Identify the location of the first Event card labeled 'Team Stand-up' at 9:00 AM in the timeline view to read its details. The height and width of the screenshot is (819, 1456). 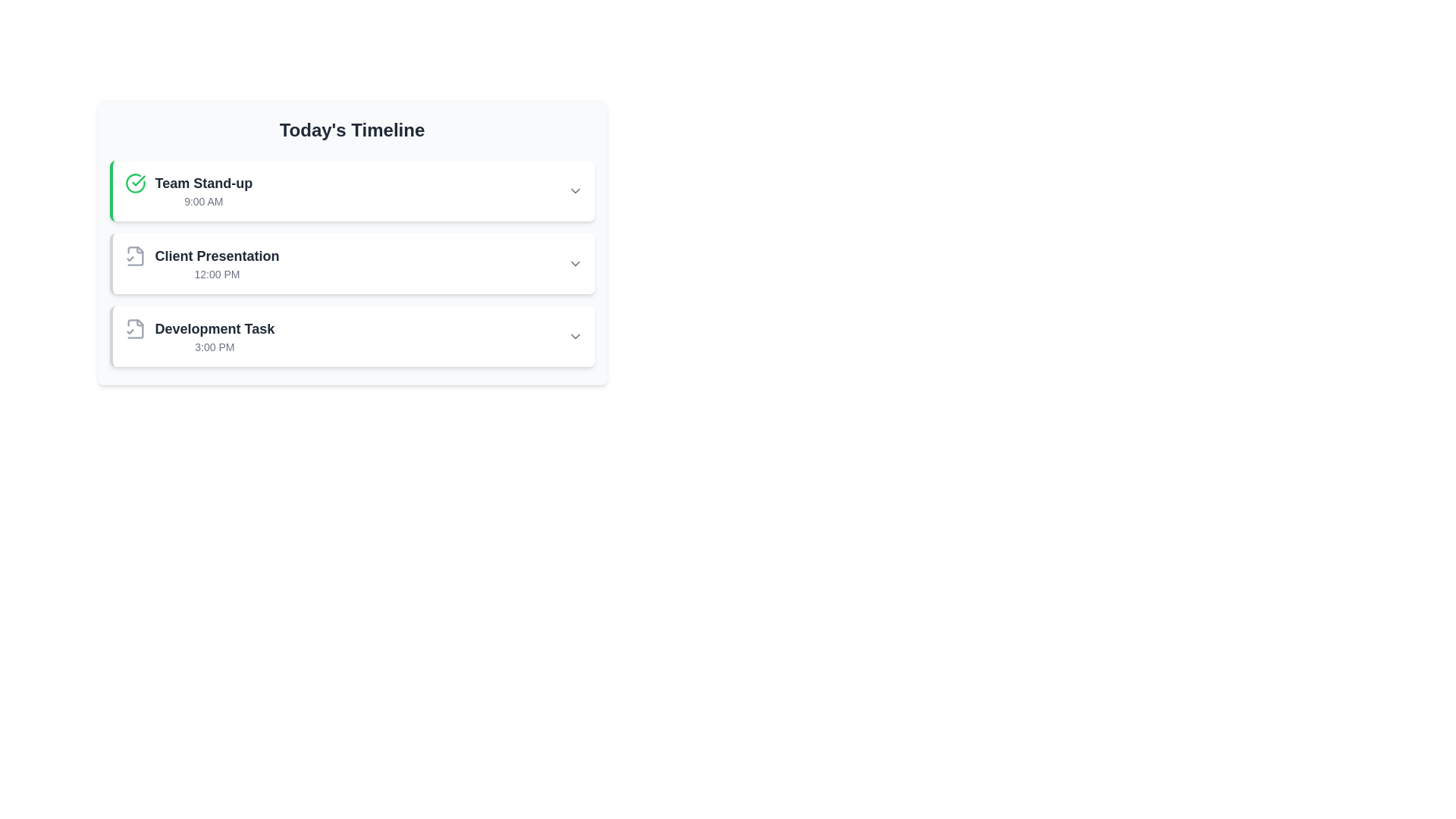
(351, 190).